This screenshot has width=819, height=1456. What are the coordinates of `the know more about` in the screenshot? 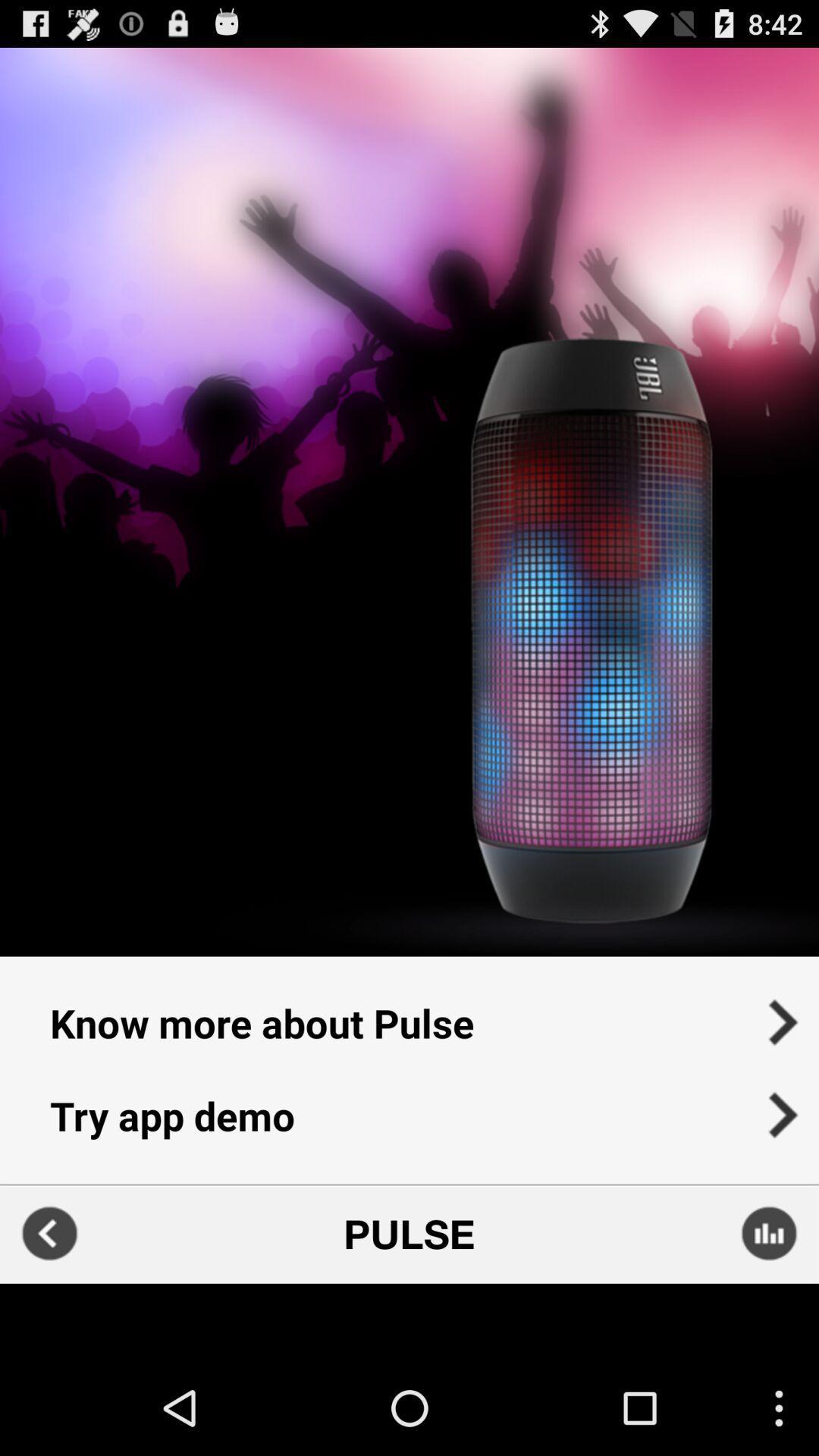 It's located at (409, 1012).